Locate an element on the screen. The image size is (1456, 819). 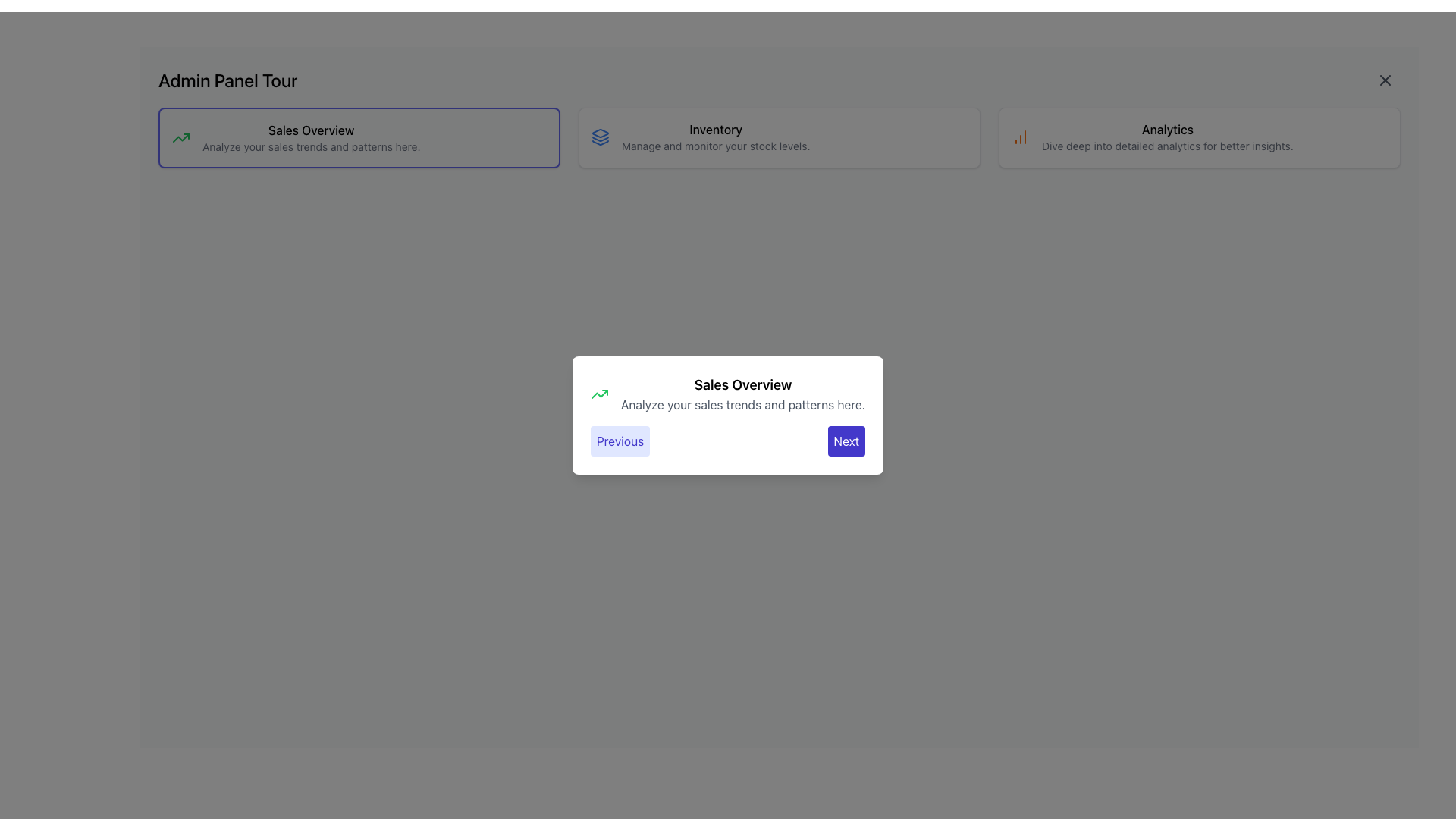
the 'Admin Panel Tour' text label, which is a large, bold header located near the top-left corner of the interface is located at coordinates (227, 80).